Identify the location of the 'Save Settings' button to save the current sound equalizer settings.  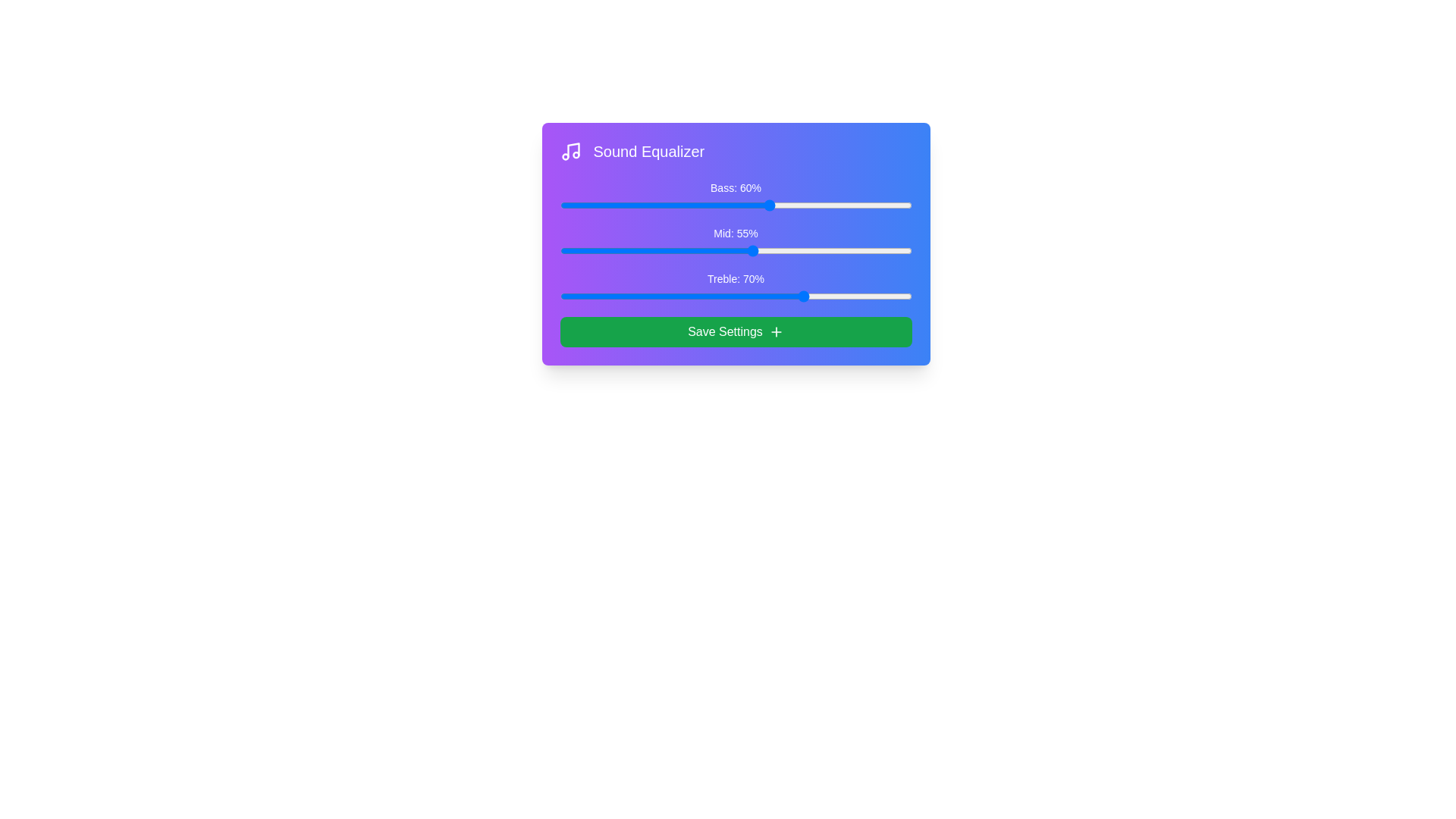
(736, 331).